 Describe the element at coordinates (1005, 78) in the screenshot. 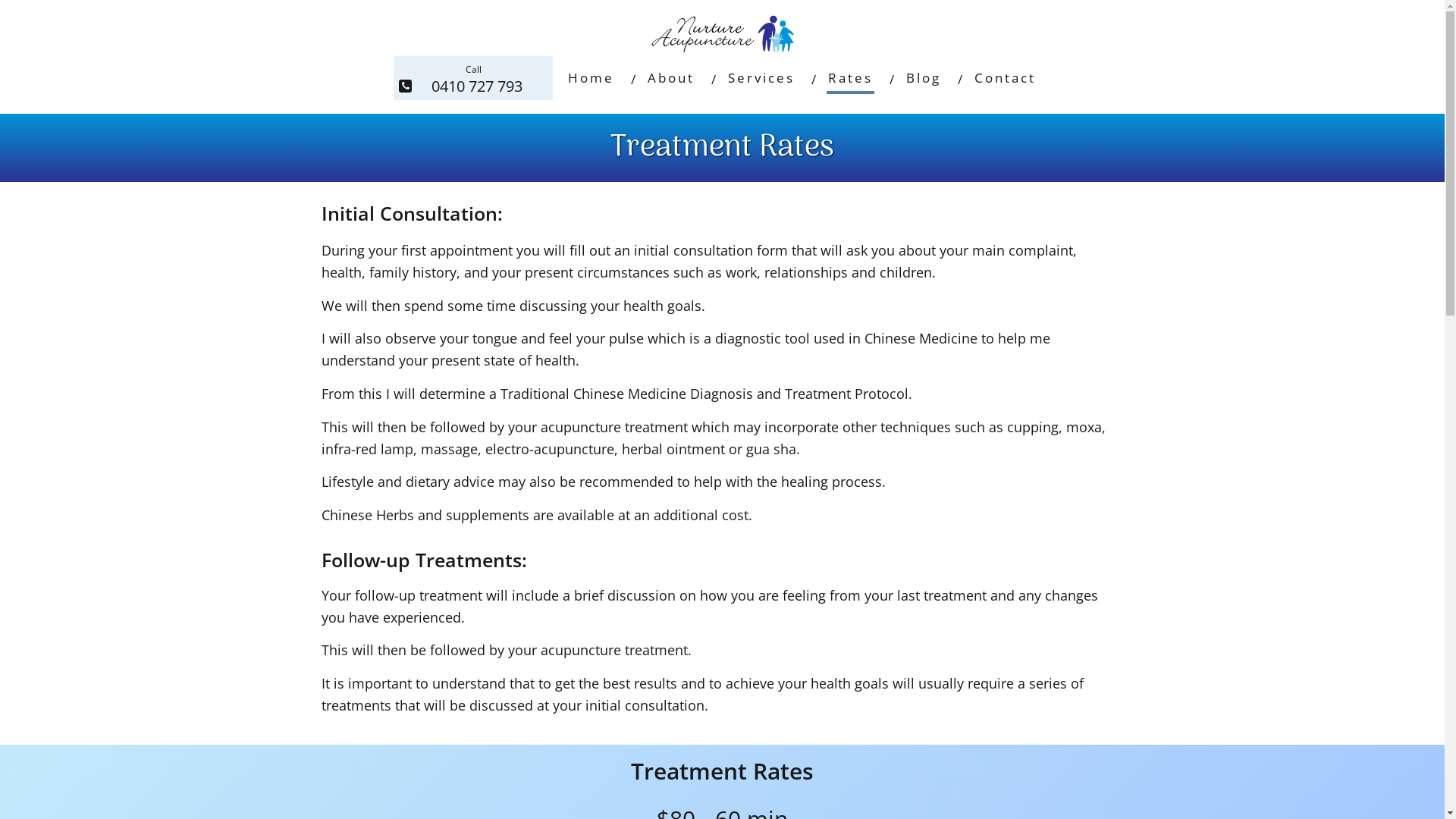

I see `'Contact'` at that location.